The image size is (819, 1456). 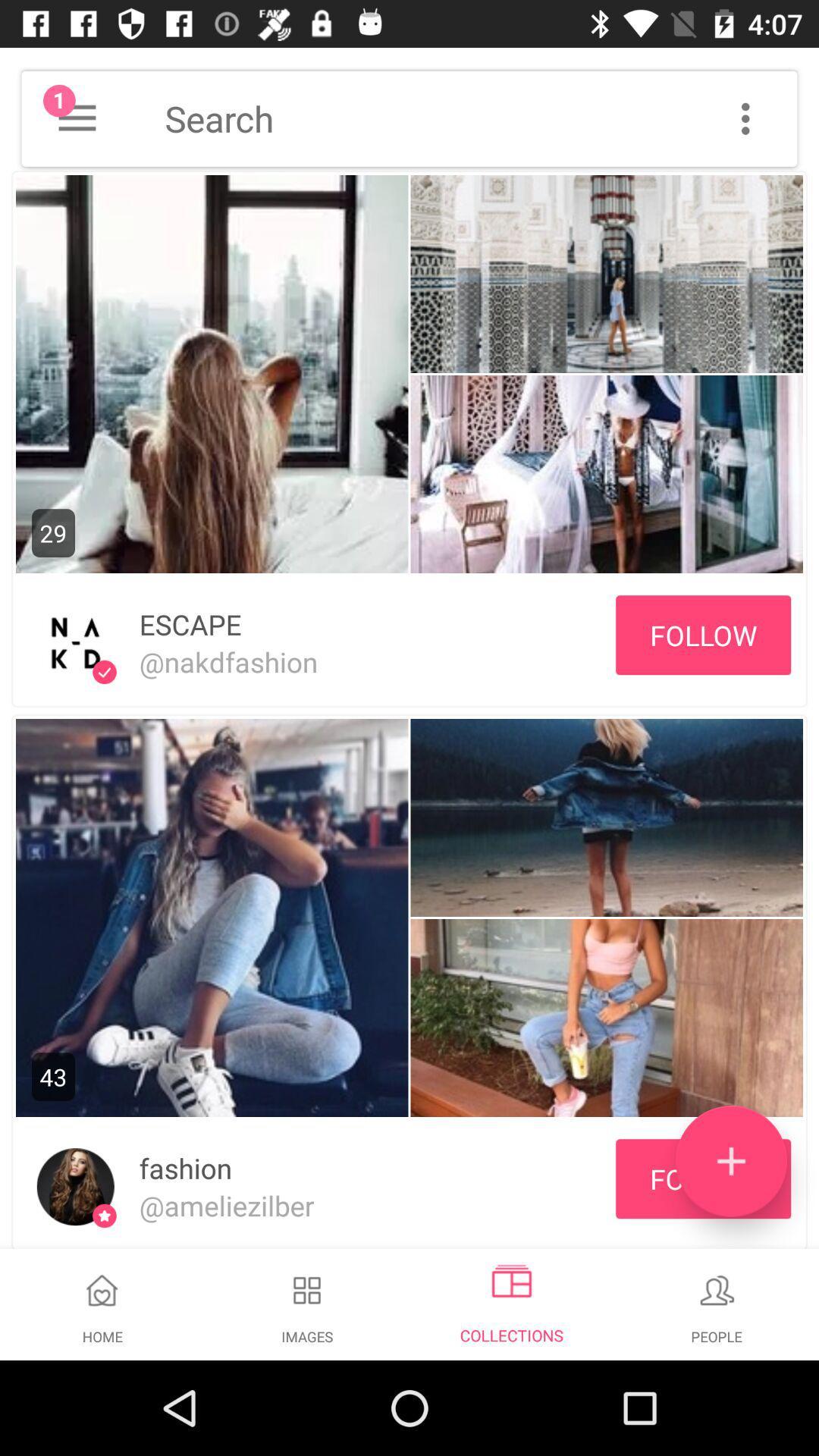 I want to click on the item to the right of fashion icon, so click(x=730, y=1160).